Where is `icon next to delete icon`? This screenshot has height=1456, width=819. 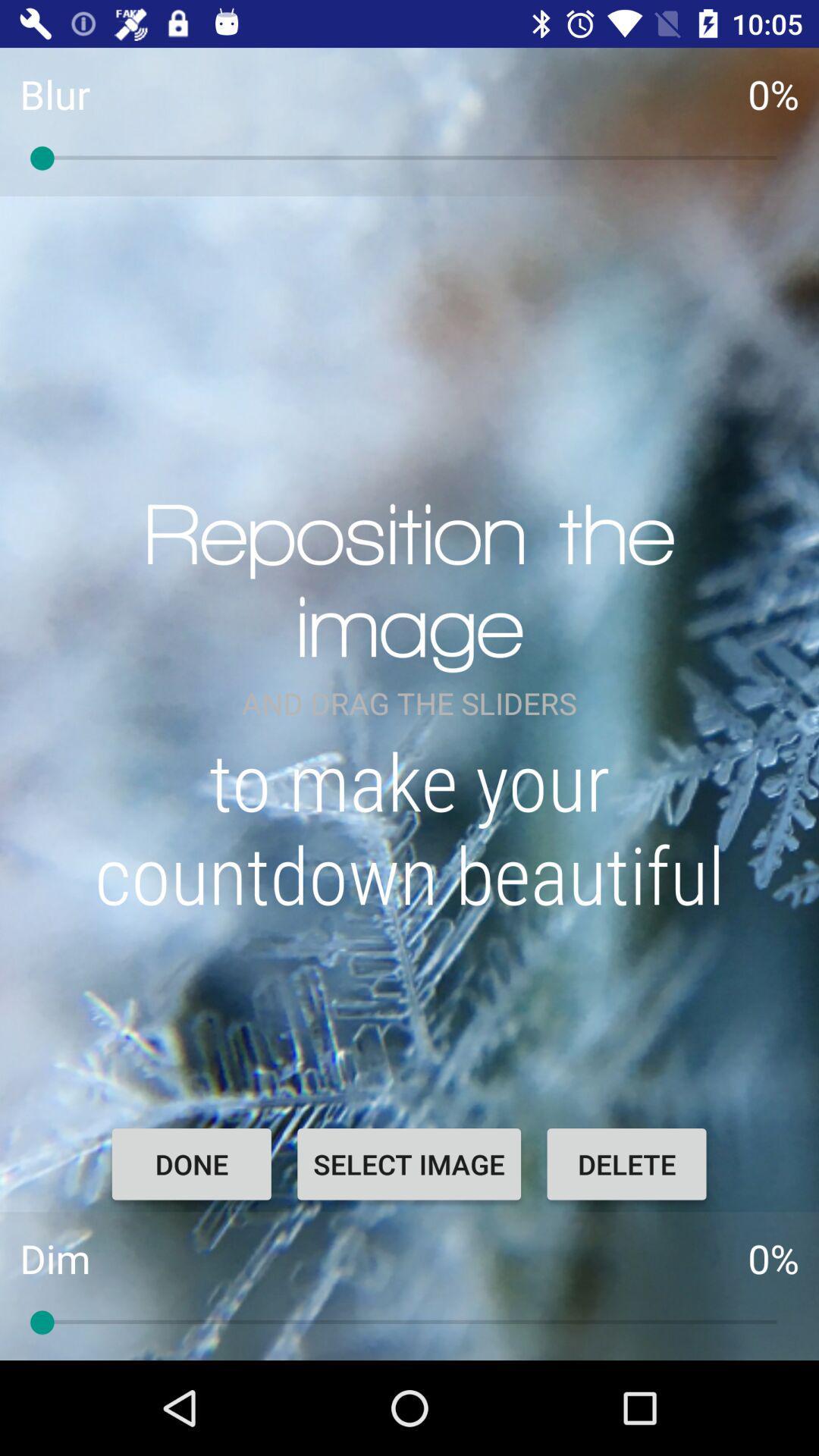 icon next to delete icon is located at coordinates (408, 1163).